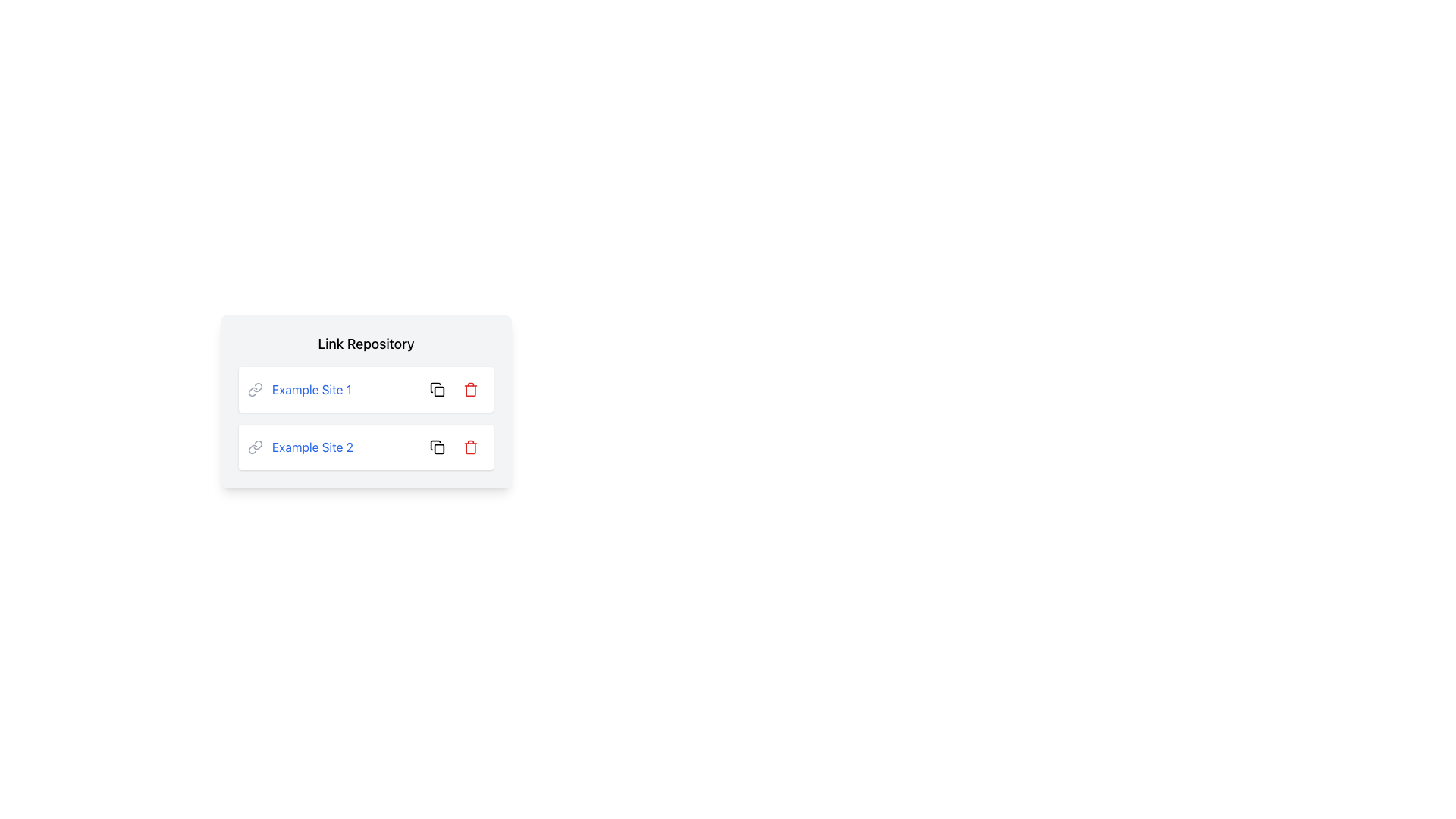  What do you see at coordinates (311, 388) in the screenshot?
I see `the textual hyperlink labeled 'Example Site 1'` at bounding box center [311, 388].